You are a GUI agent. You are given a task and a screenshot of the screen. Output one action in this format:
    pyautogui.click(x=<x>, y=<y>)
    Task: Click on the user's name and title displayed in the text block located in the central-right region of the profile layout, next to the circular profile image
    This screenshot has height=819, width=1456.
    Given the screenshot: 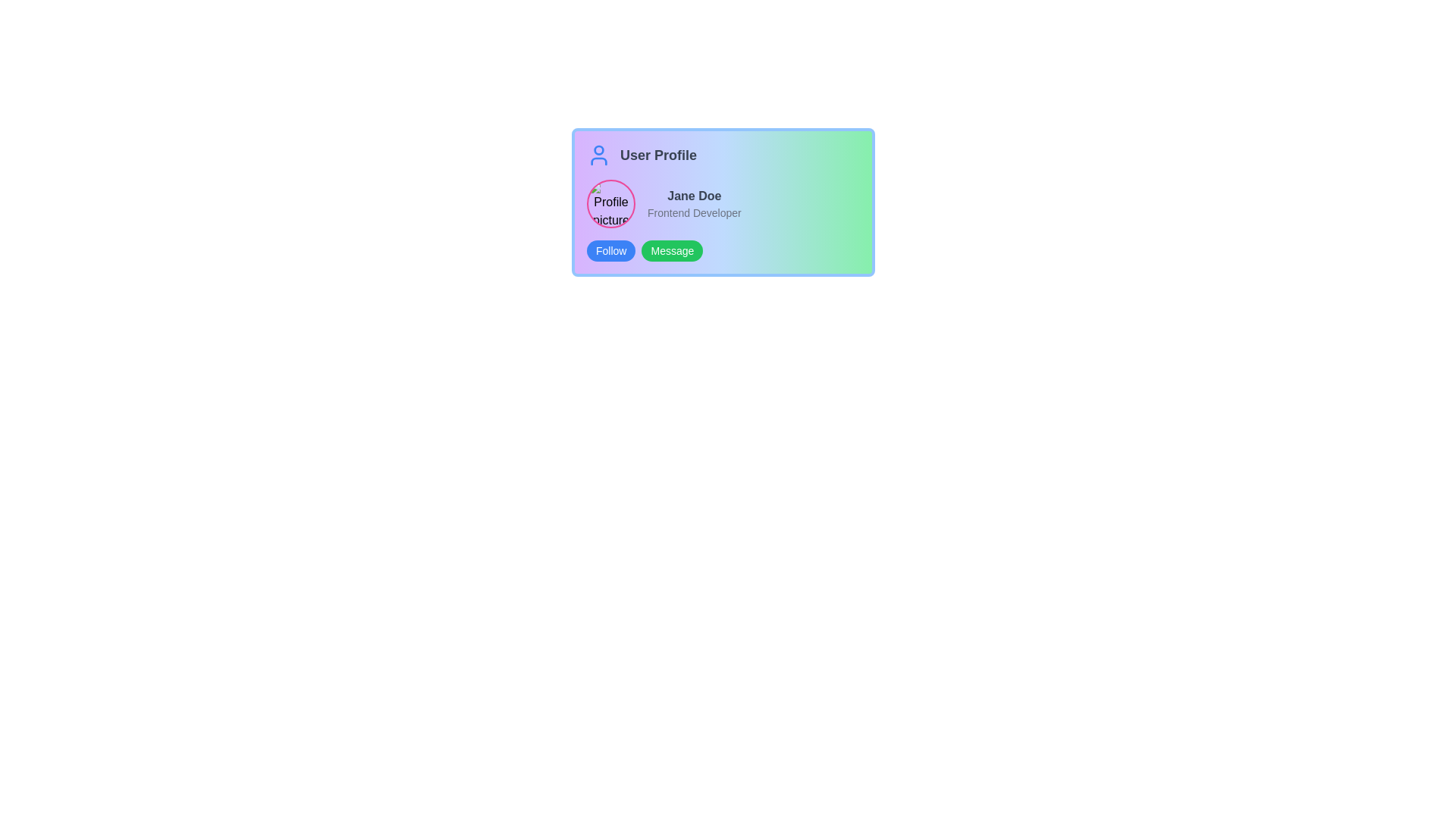 What is the action you would take?
    pyautogui.click(x=693, y=203)
    